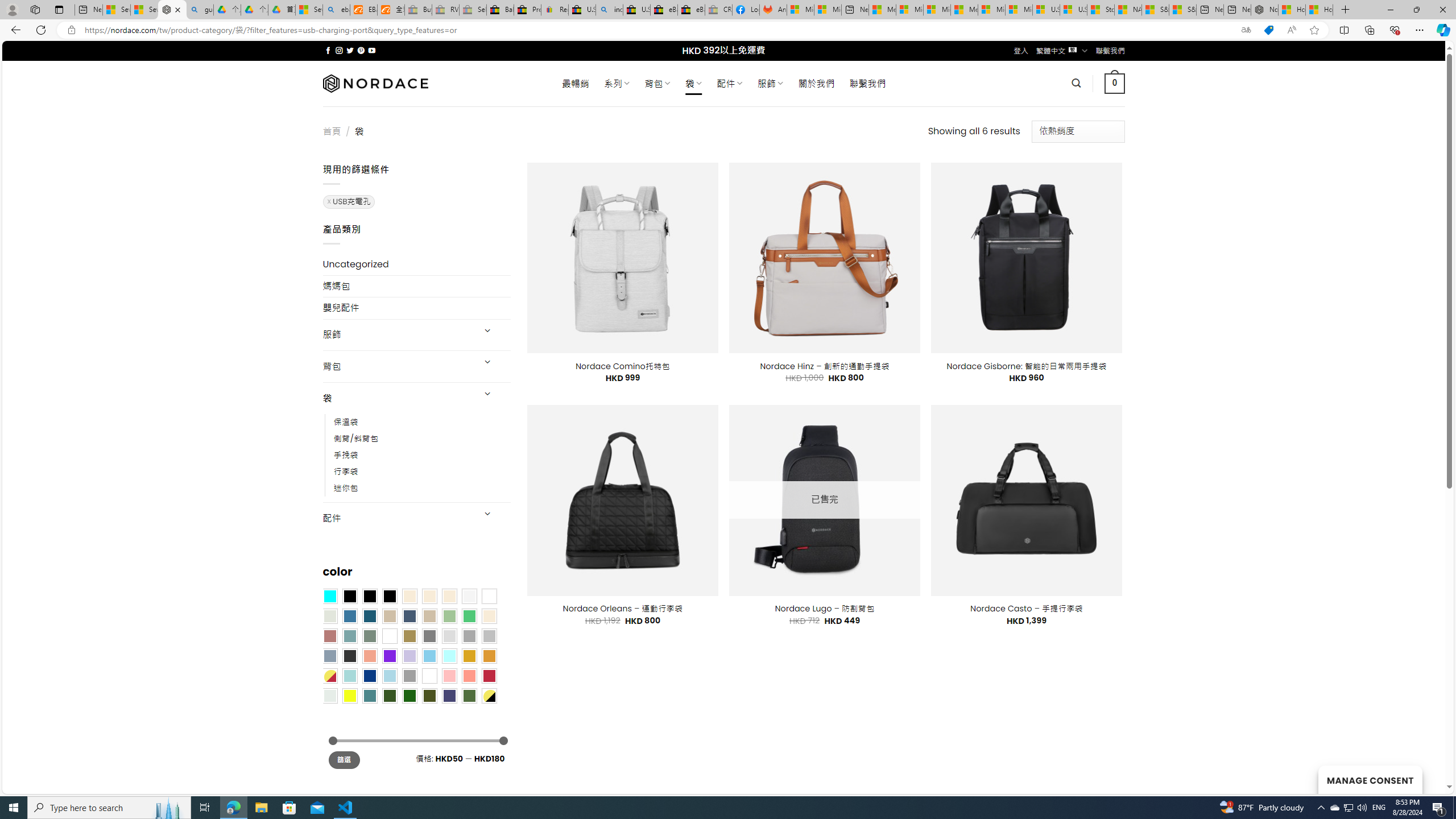 The image size is (1456, 819). What do you see at coordinates (746, 9) in the screenshot?
I see `'Log into Facebook'` at bounding box center [746, 9].